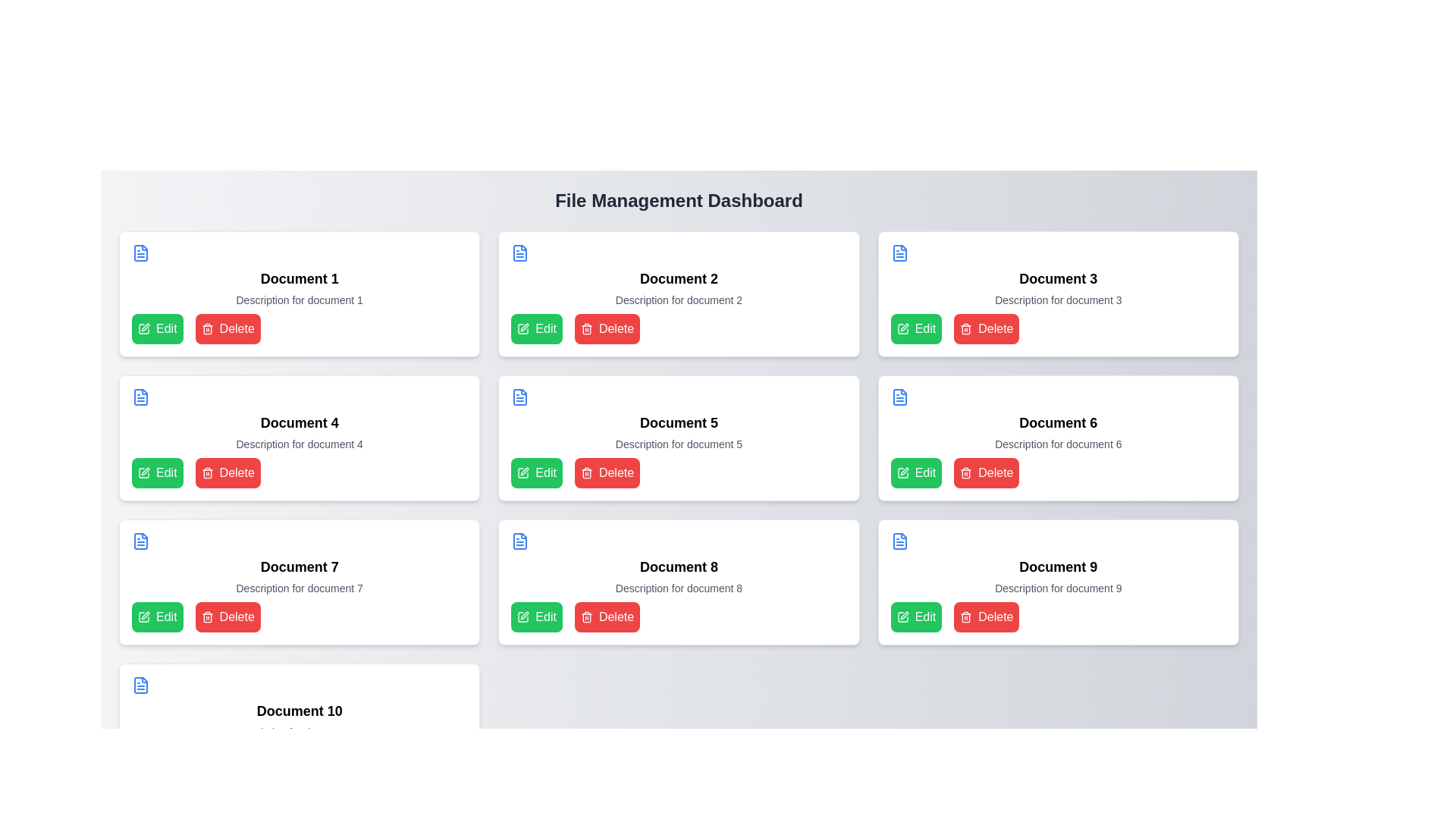 This screenshot has height=819, width=1456. Describe the element at coordinates (987, 617) in the screenshot. I see `the delete button located in the bottom-right corner of the 'Document 9' card` at that location.